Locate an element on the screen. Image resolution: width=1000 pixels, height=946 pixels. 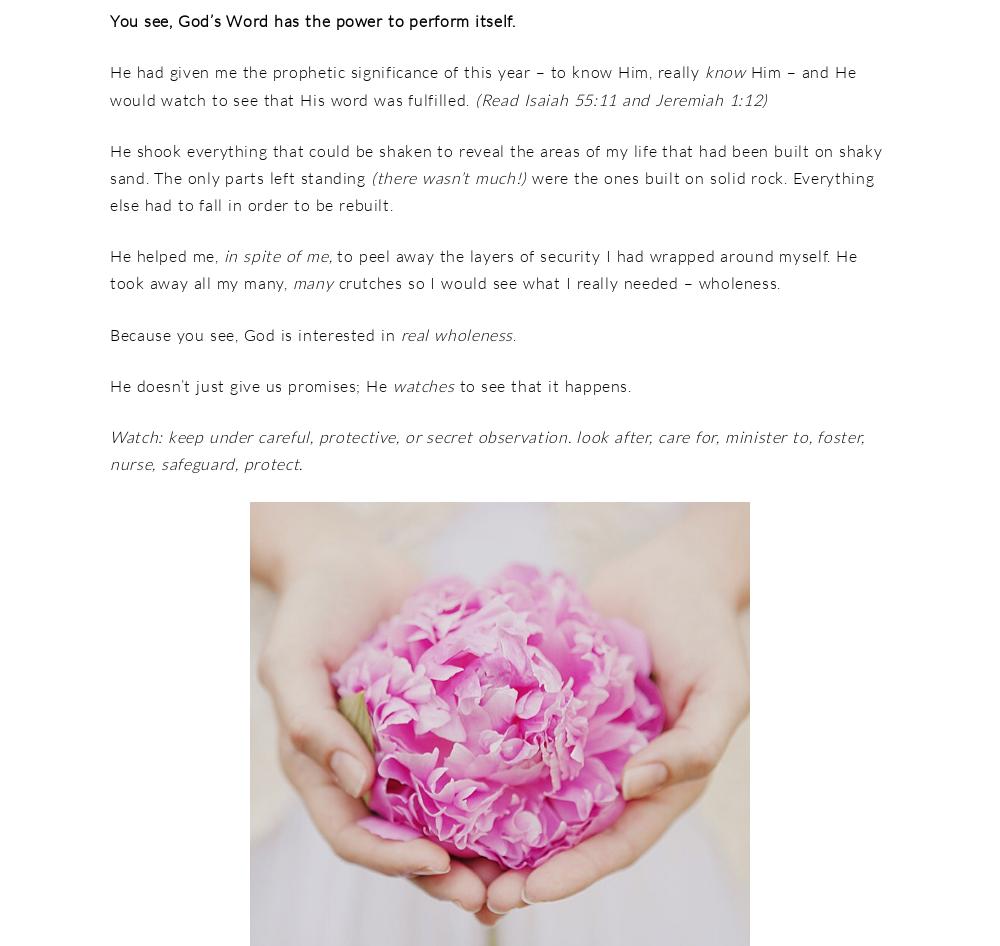
'He shook everything that could be shaken to reveal the areas of my life that had been built on shaky sand. The only parts left standing' is located at coordinates (109, 163).